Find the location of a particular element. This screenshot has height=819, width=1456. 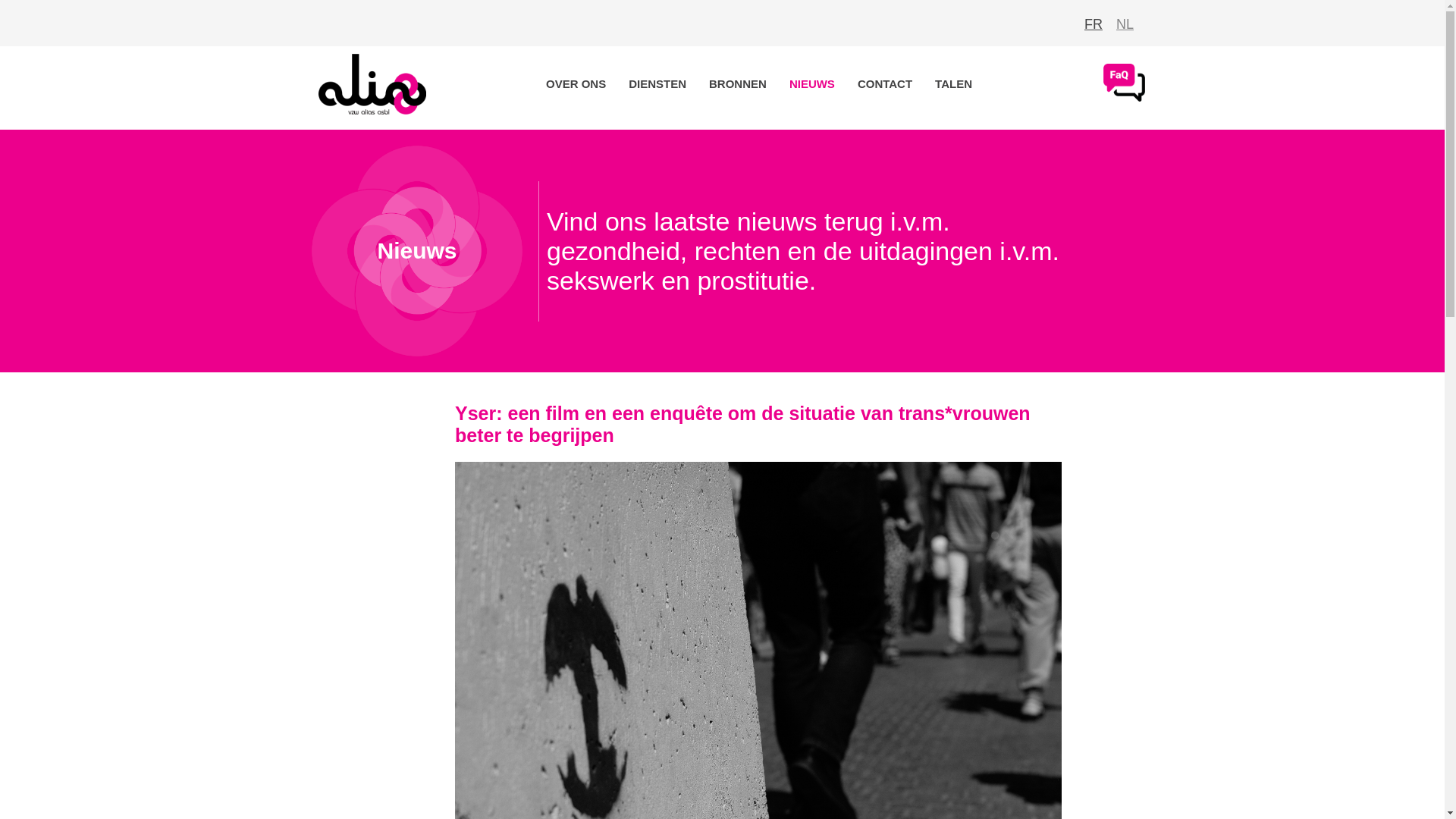

'CONTACT' is located at coordinates (850, 83).